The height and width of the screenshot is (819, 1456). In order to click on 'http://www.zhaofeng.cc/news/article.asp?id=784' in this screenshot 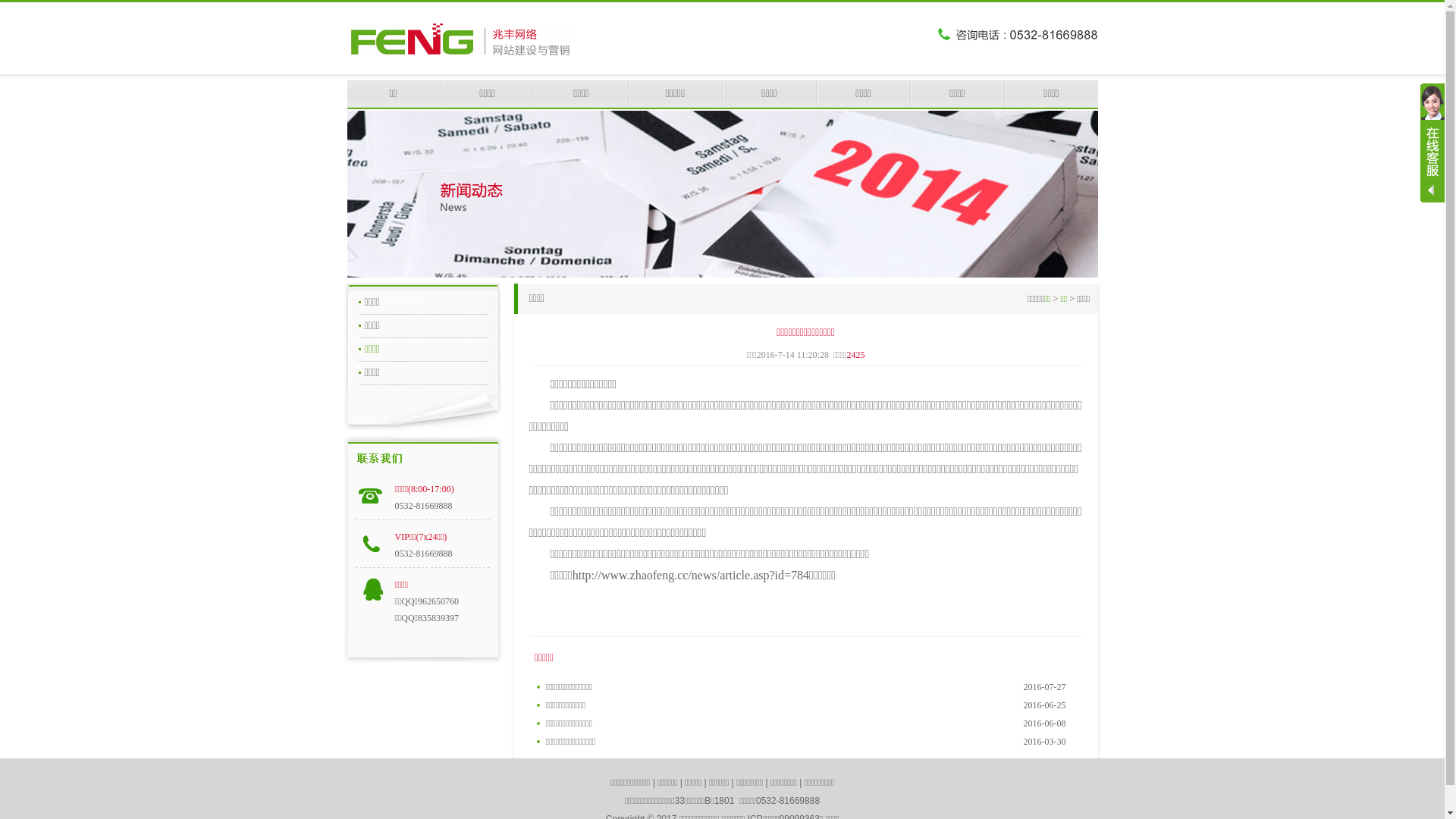, I will do `click(690, 575)`.